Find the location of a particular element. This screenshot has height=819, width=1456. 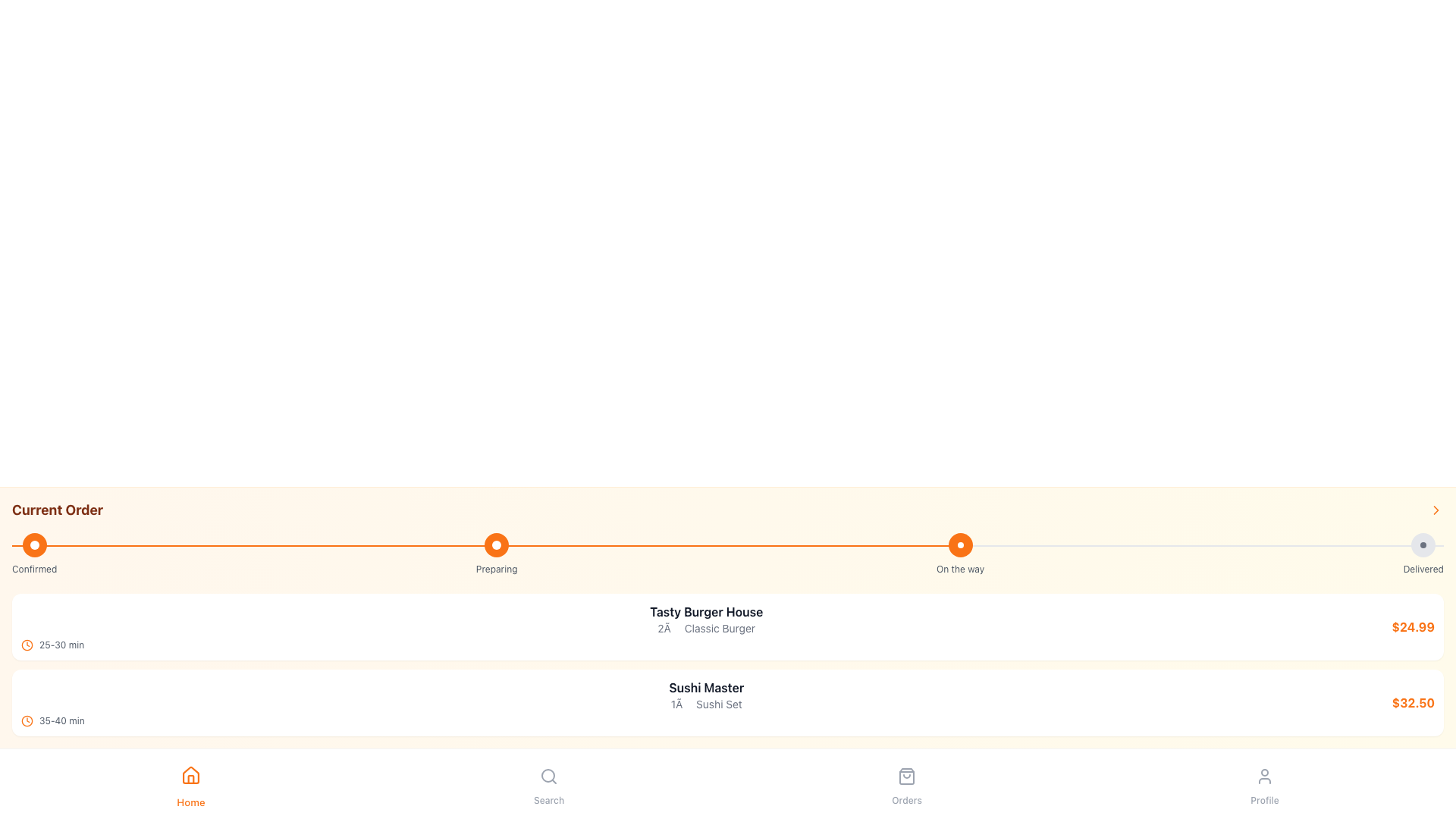

'Profile' label located beneath the user silhouette icon in the bottom navigation bar, which is the rightmost element after 'Home', 'Search', and 'Orders' is located at coordinates (1265, 800).